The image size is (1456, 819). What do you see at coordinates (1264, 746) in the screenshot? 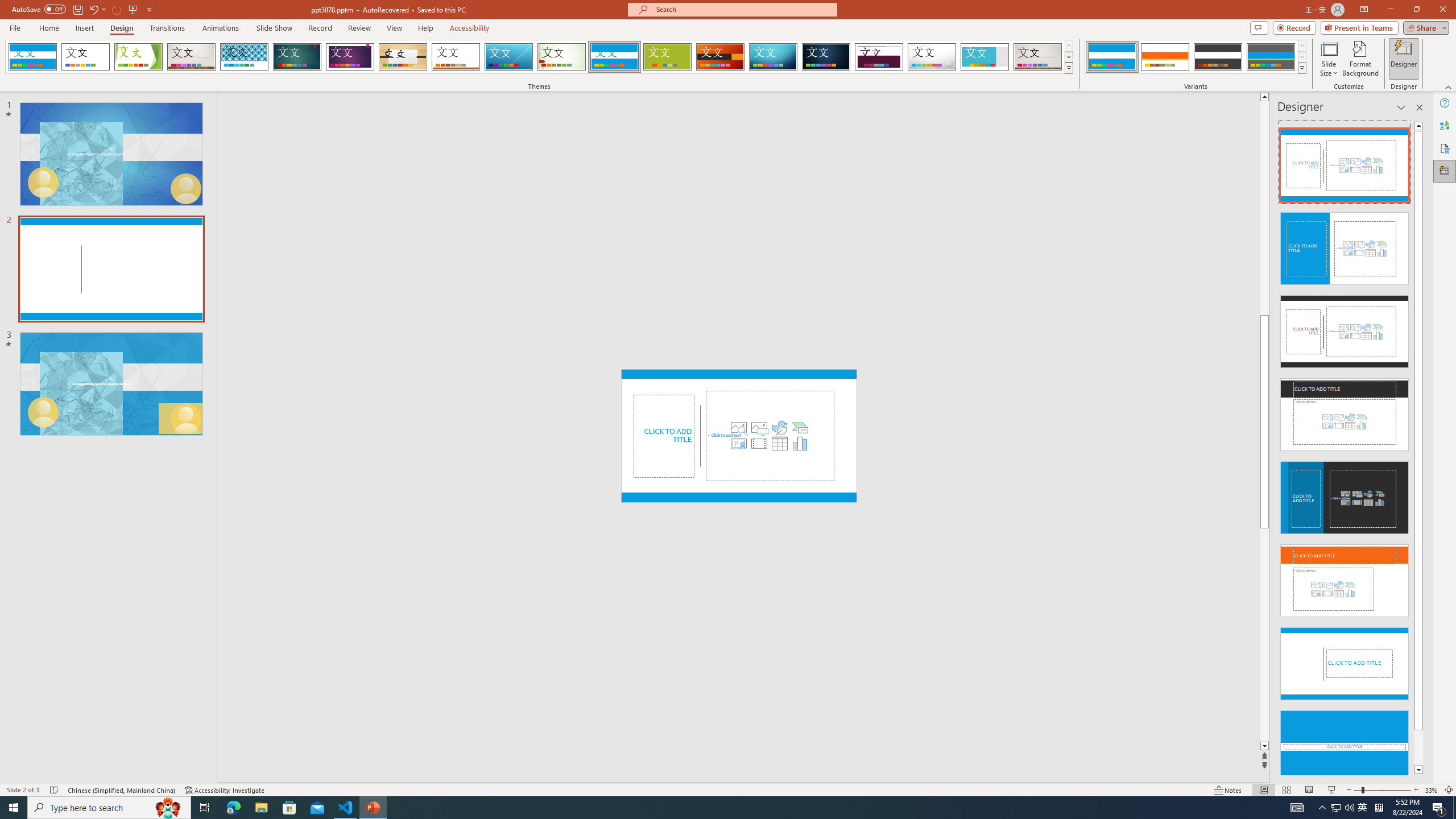
I see `'Line down'` at bounding box center [1264, 746].